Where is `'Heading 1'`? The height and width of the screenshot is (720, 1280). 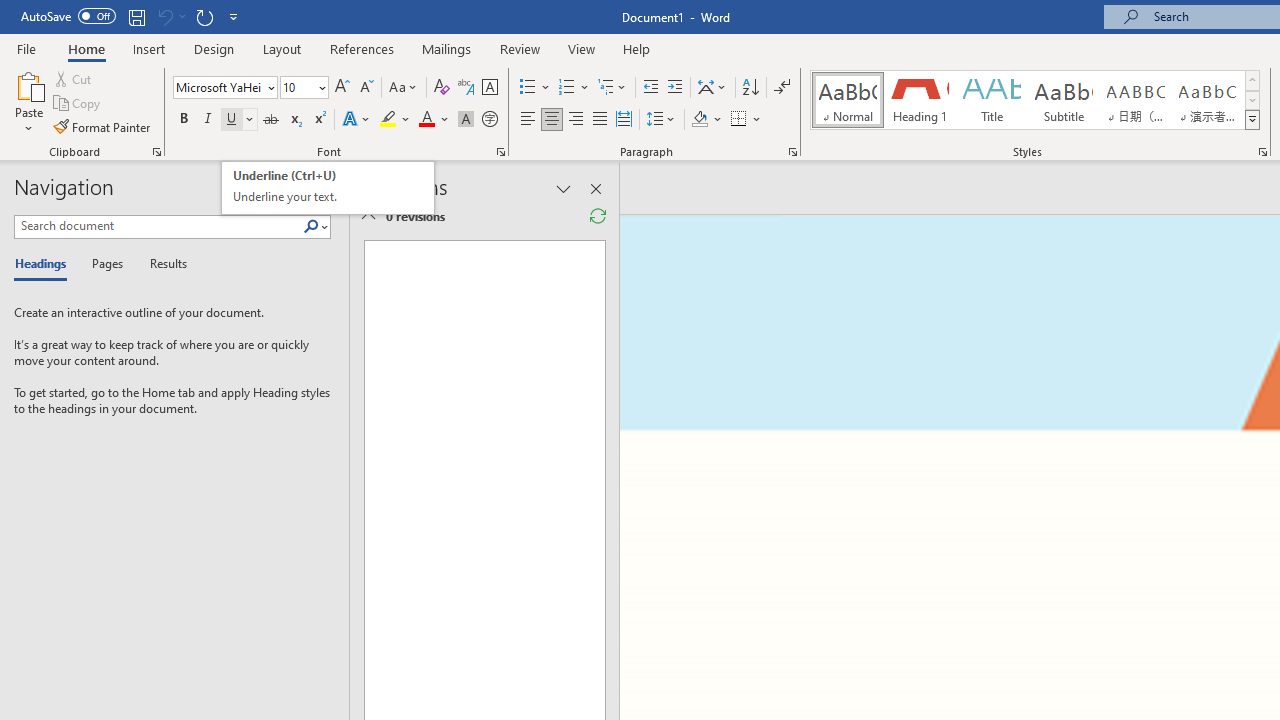 'Heading 1' is located at coordinates (919, 100).